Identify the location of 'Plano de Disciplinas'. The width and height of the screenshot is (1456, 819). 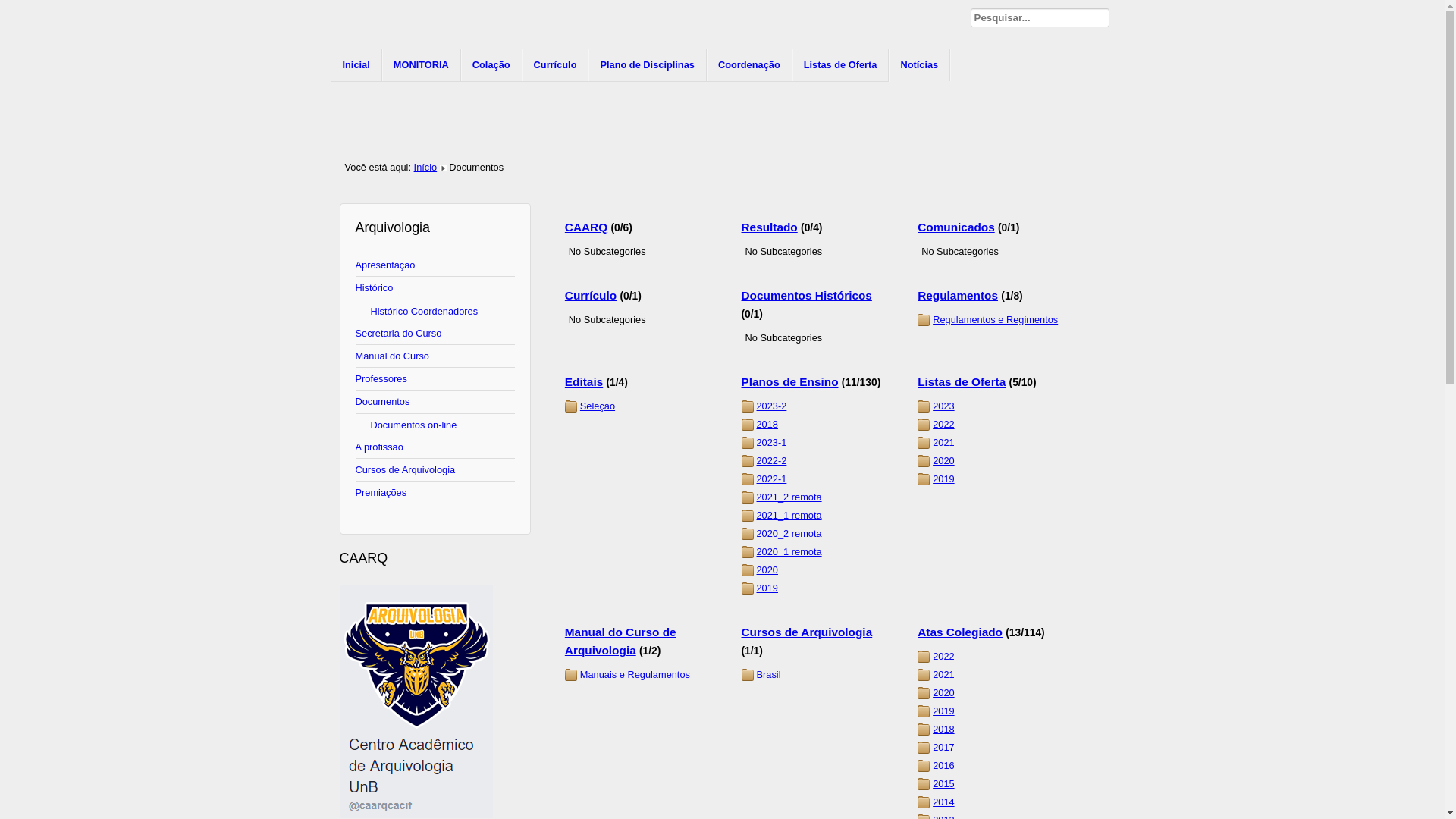
(647, 64).